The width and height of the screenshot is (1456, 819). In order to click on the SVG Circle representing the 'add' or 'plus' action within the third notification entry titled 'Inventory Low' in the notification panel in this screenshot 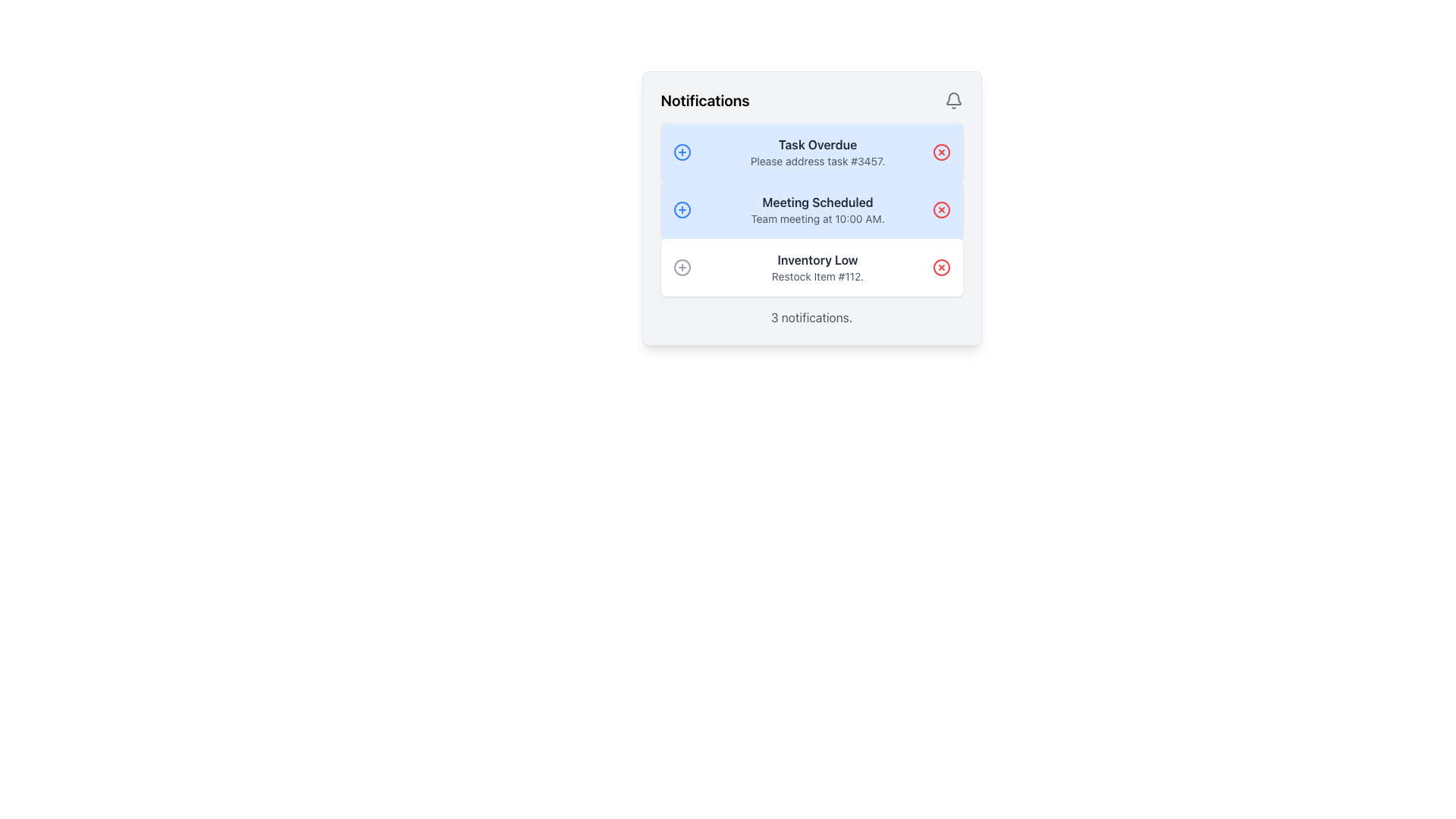, I will do `click(681, 267)`.